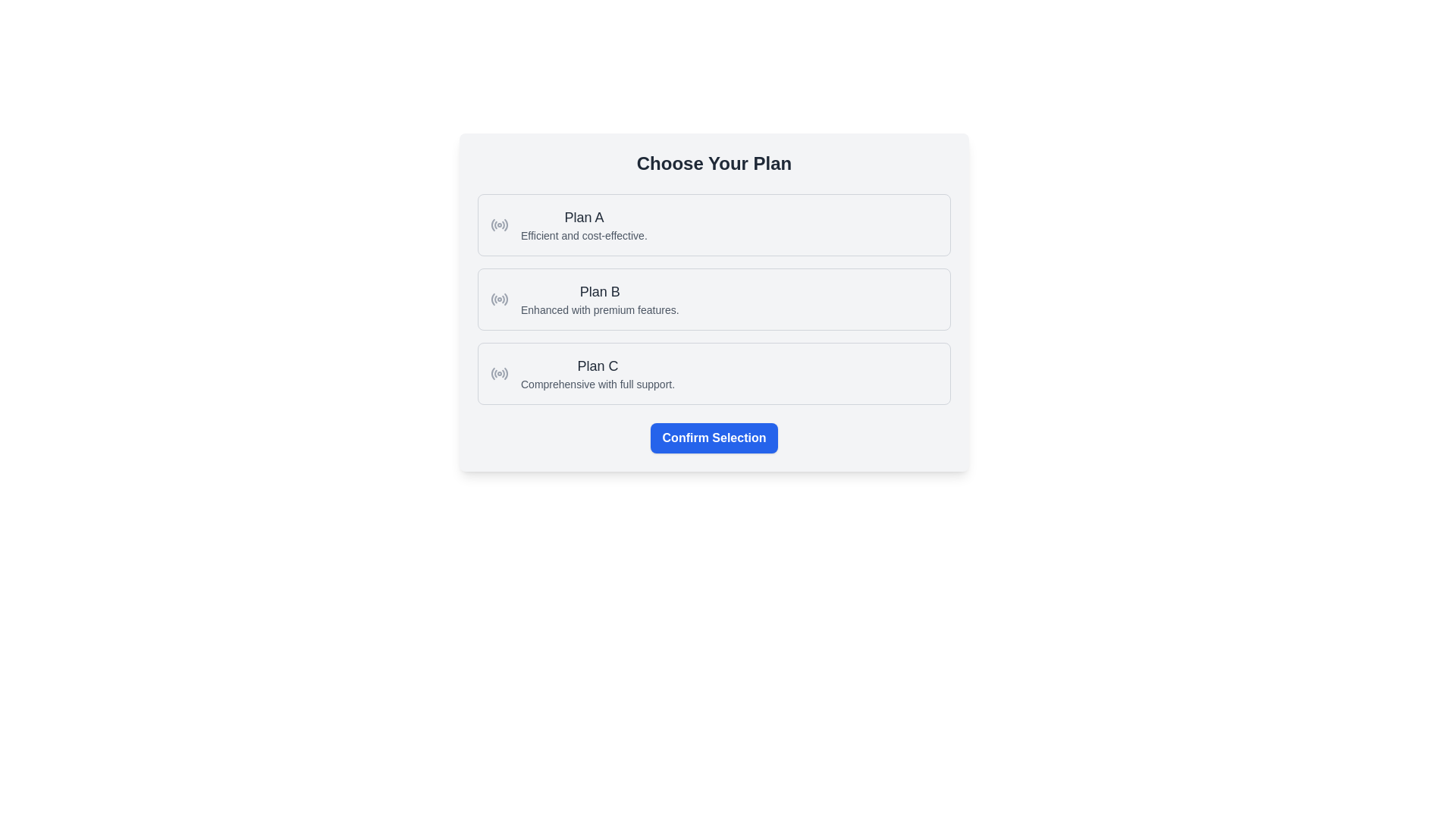 Image resolution: width=1456 pixels, height=819 pixels. What do you see at coordinates (597, 374) in the screenshot?
I see `the Text display area that shows details of 'Plan C', the third option in the list of plan choices` at bounding box center [597, 374].